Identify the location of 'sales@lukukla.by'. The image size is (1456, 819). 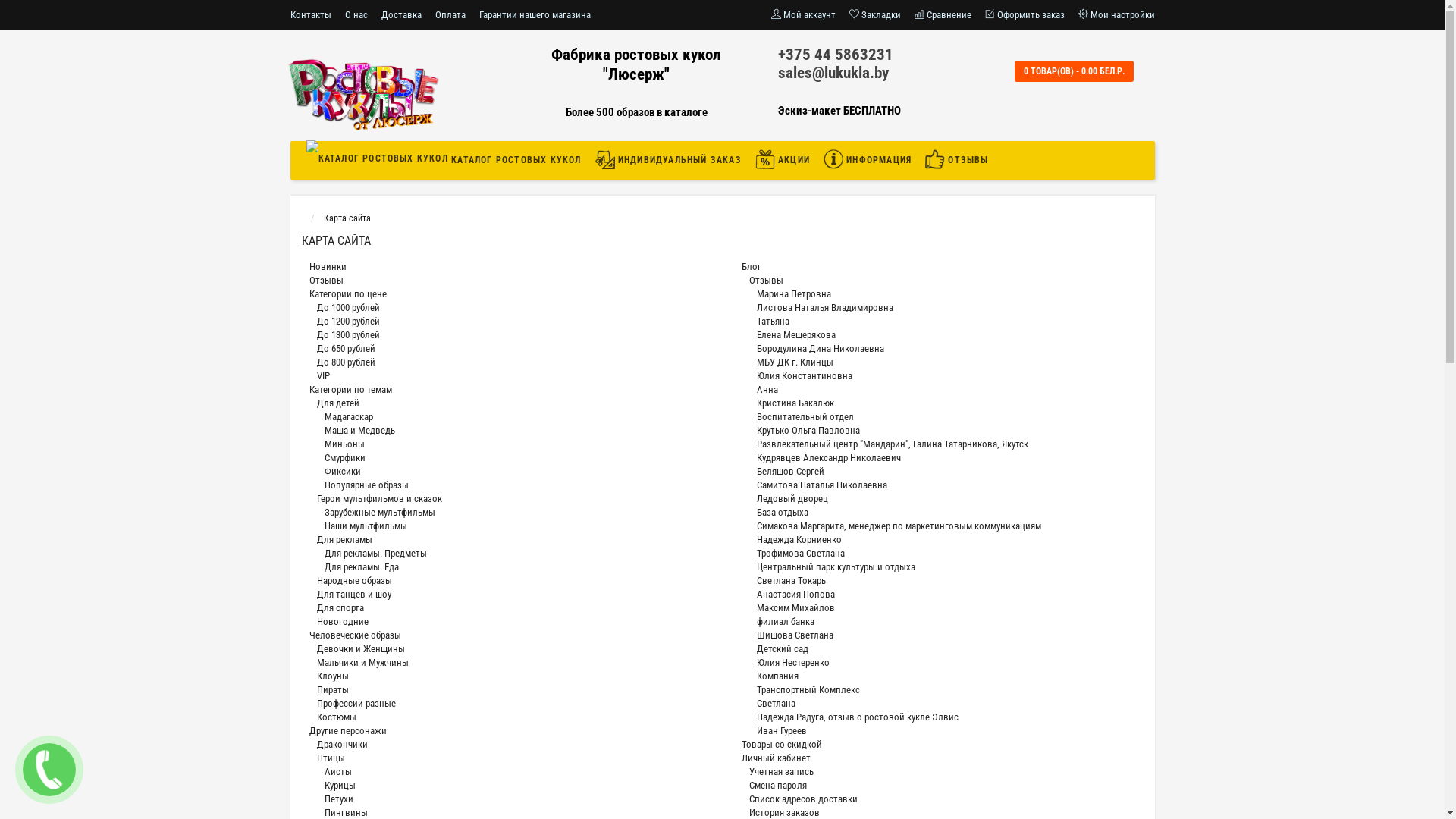
(833, 72).